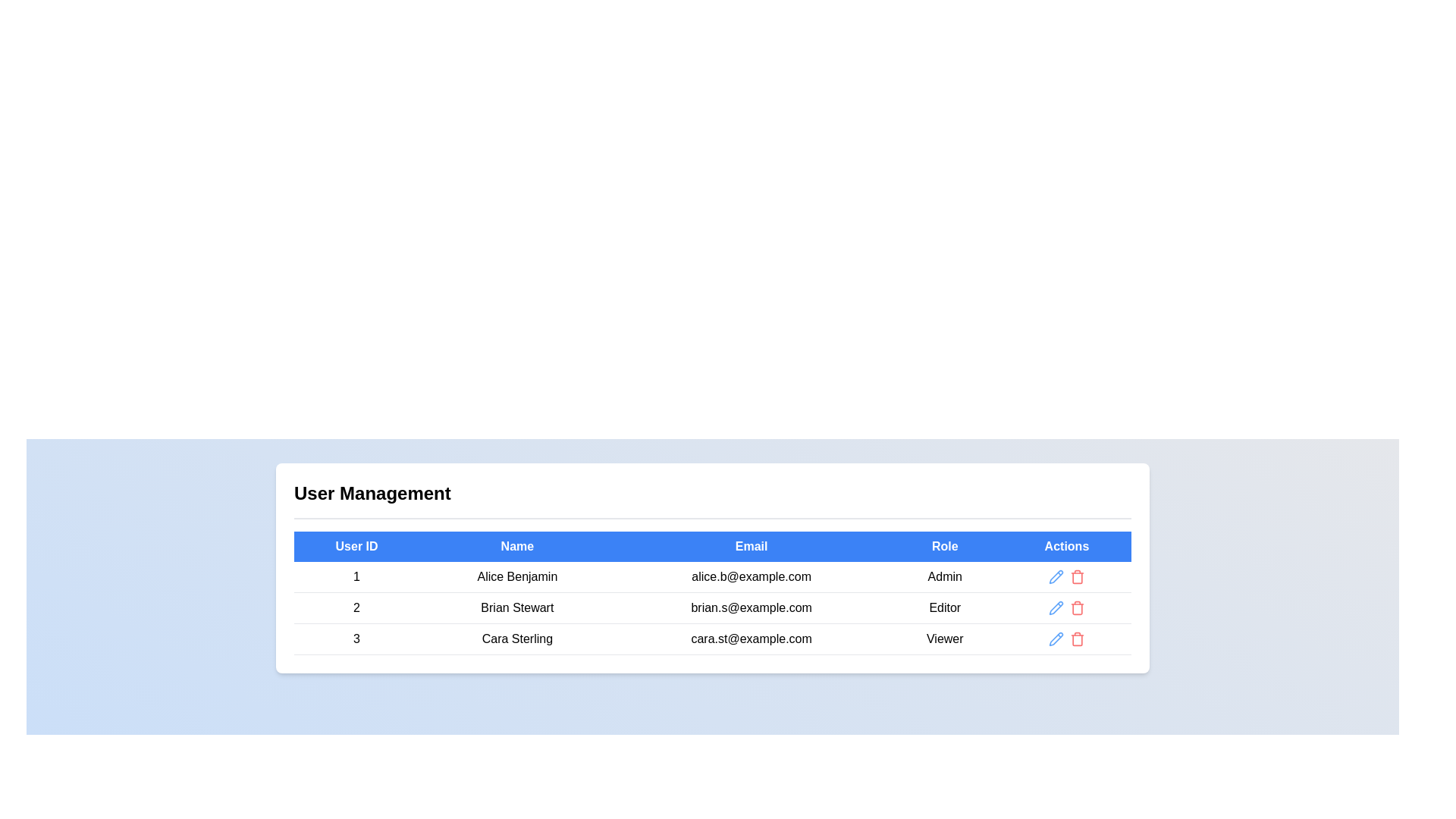 The width and height of the screenshot is (1456, 819). Describe the element at coordinates (752, 607) in the screenshot. I see `the static text element displaying 'brian.s@example.com' located in the second row of the 'User Management' table under the 'Email' column` at that location.